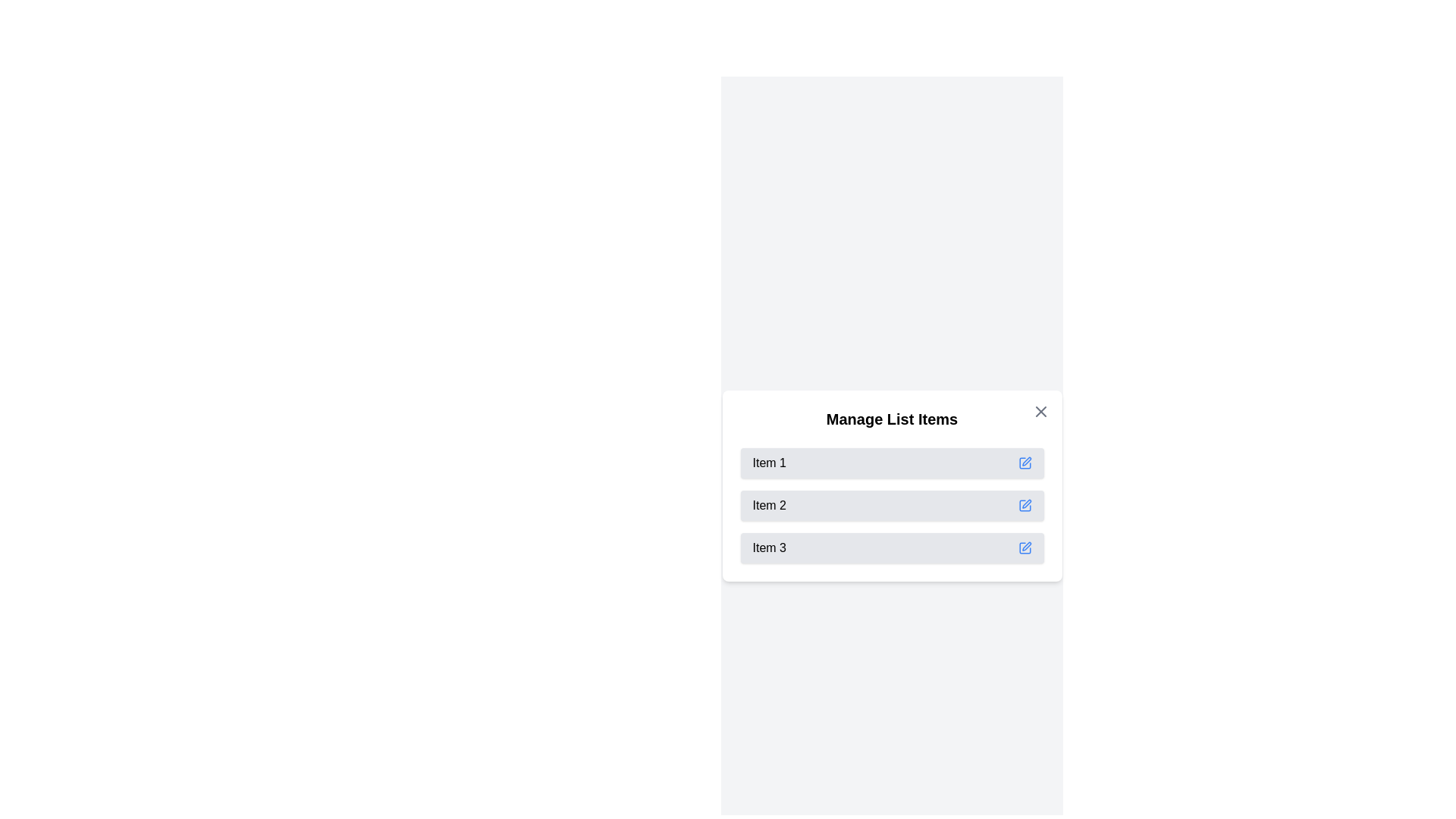 Image resolution: width=1456 pixels, height=819 pixels. Describe the element at coordinates (1040, 412) in the screenshot. I see `the close button to close the dialog` at that location.